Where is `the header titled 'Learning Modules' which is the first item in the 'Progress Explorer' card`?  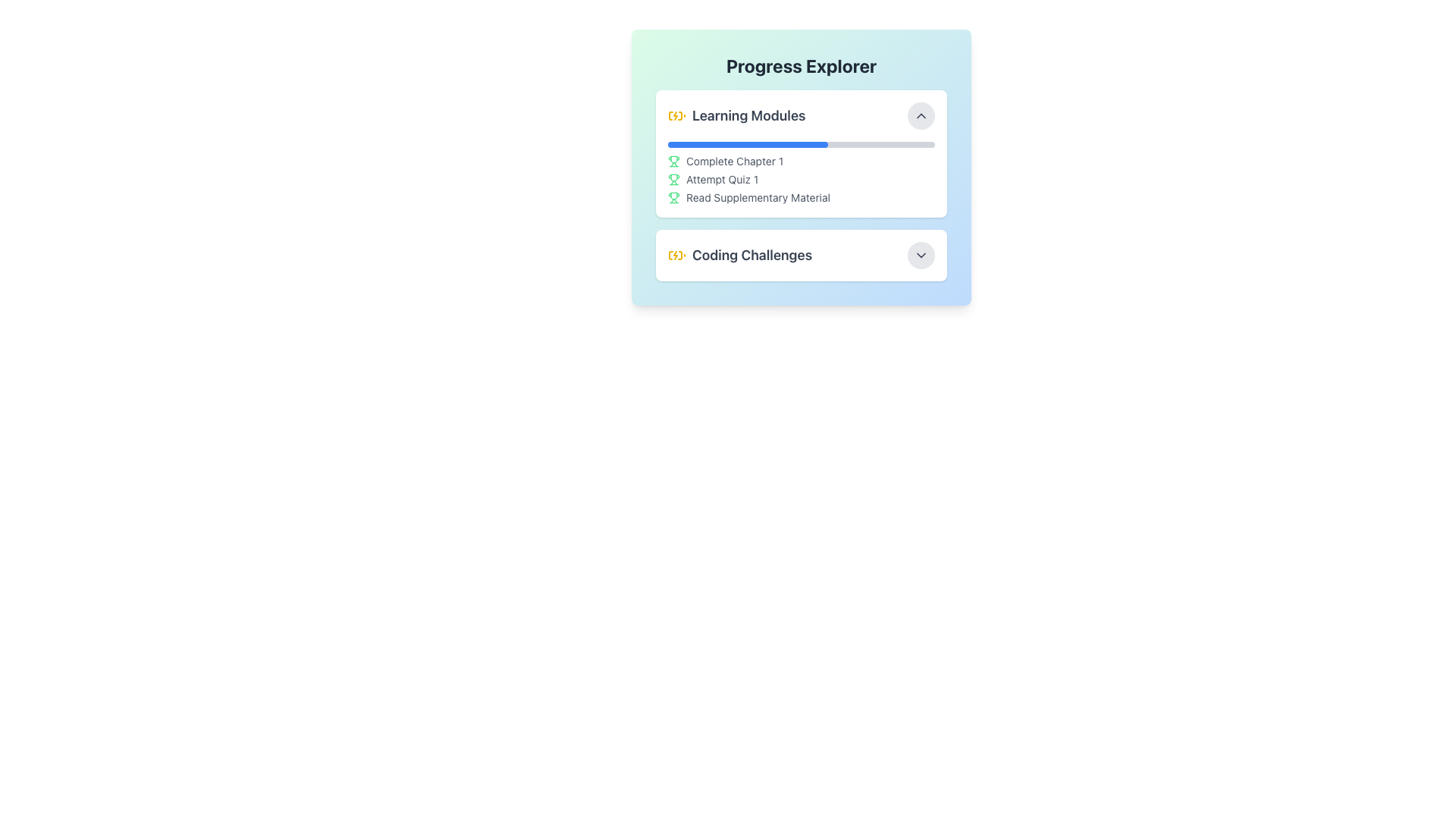 the header titled 'Learning Modules' which is the first item in the 'Progress Explorer' card is located at coordinates (800, 115).